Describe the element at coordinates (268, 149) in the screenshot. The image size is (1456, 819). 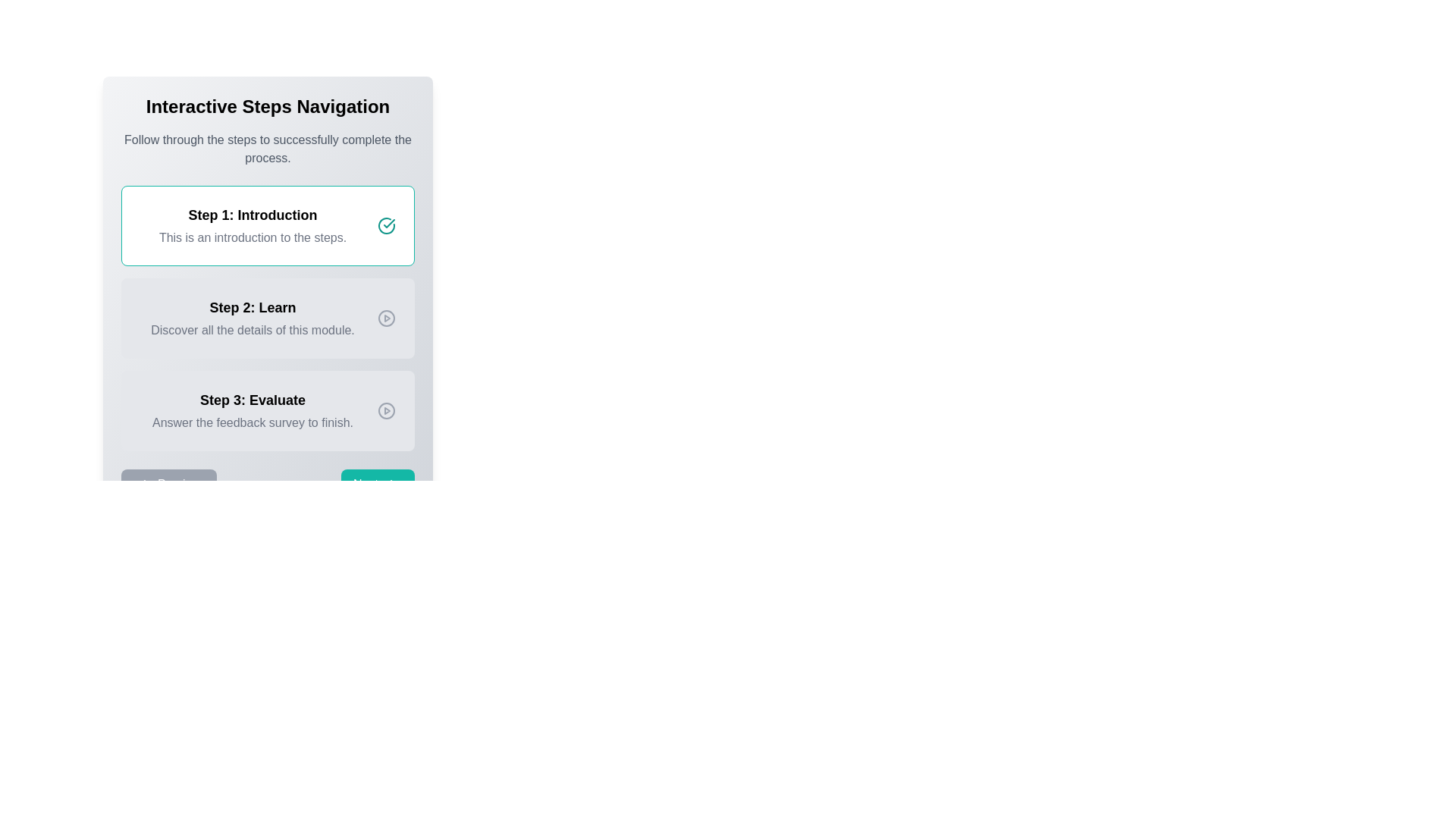
I see `informational text label located centrally beneath the title 'Interactive Steps Navigation', which guides users through the outlined steps for the interactive process` at that location.